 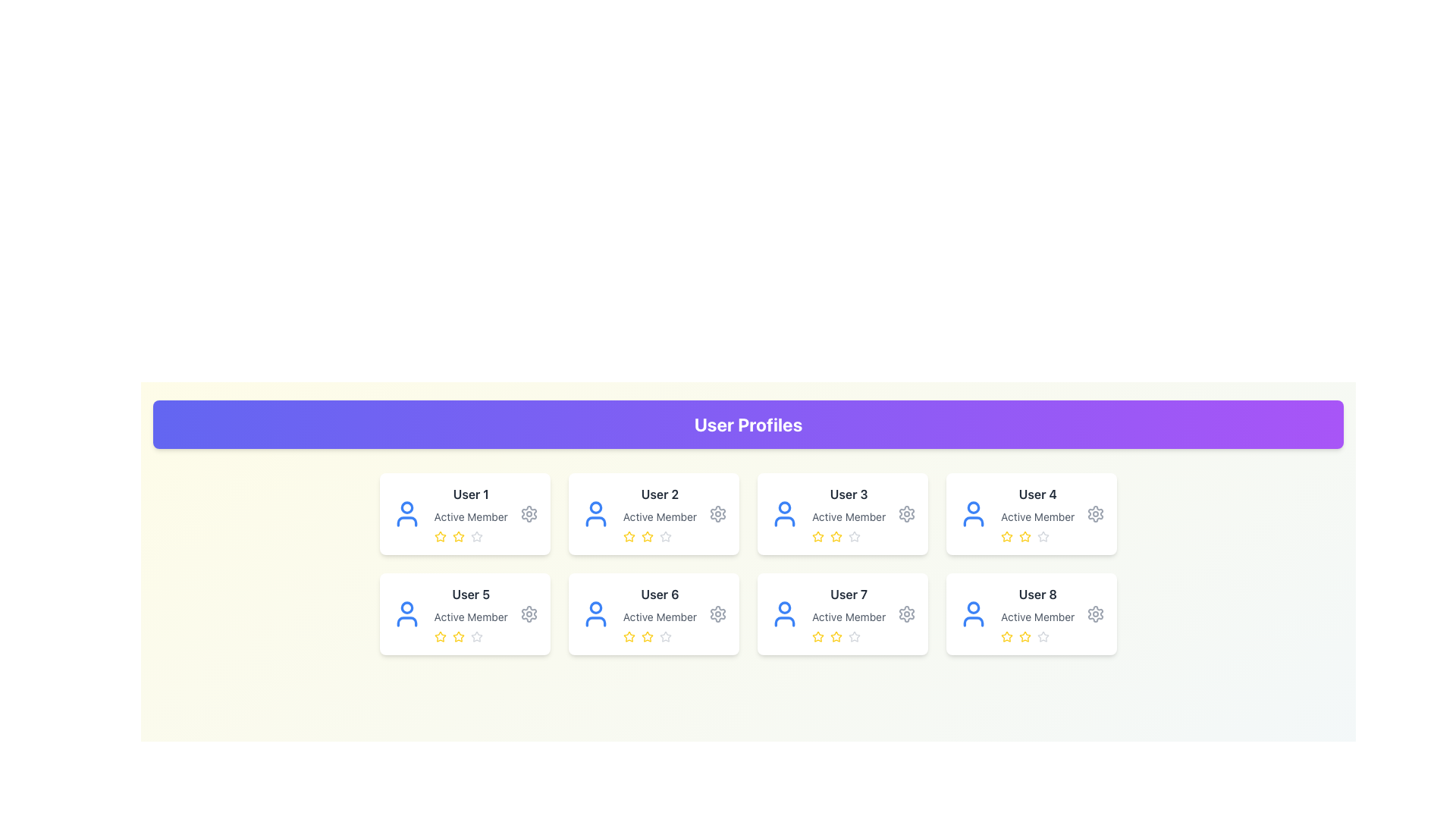 What do you see at coordinates (470, 513) in the screenshot?
I see `the 'User 1' card element, which contains the title 'User 1' and the label 'Active Member' above the star rating icons, located in the top-left card of the 'User Profiles' grid layout` at bounding box center [470, 513].